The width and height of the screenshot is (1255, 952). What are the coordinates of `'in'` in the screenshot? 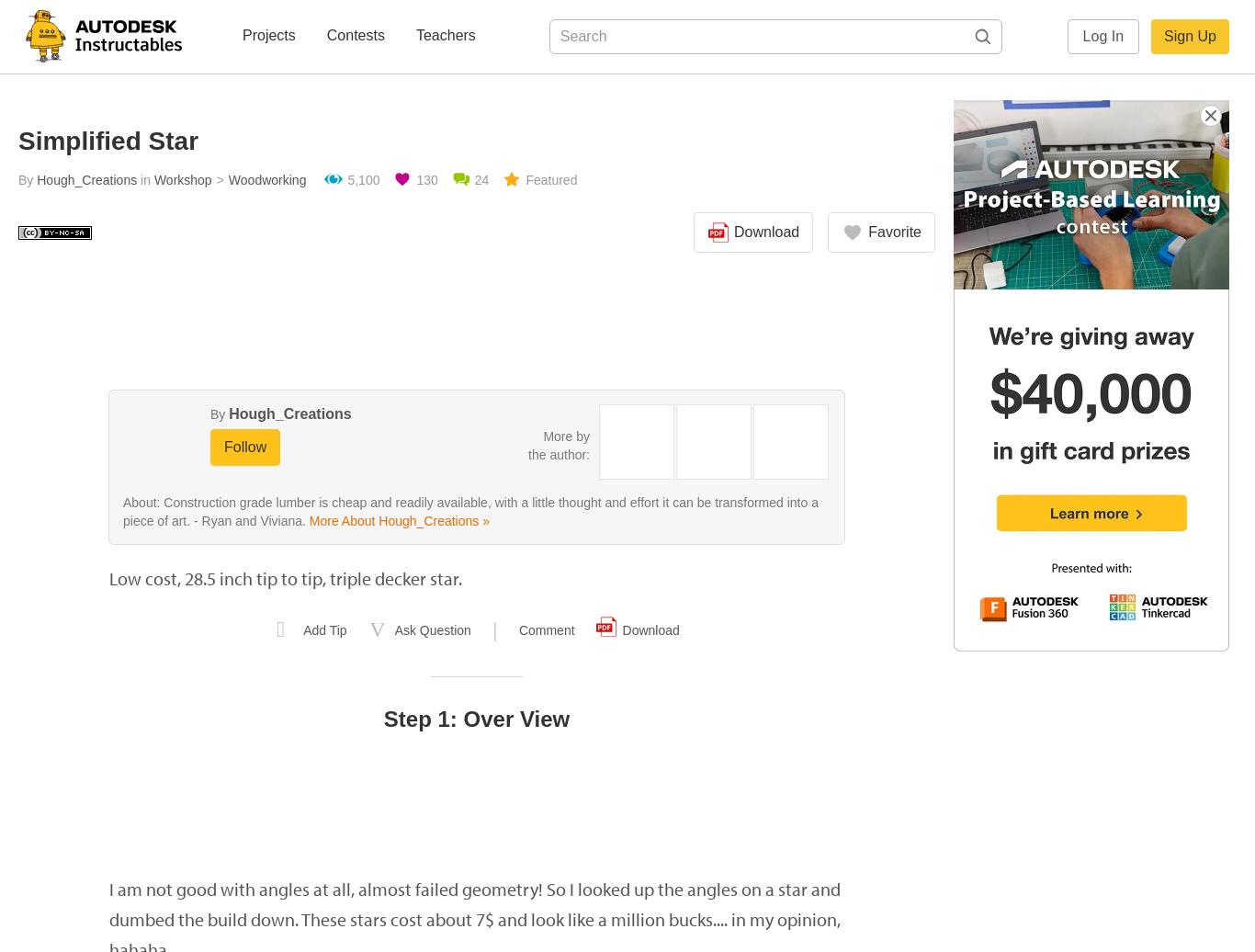 It's located at (145, 180).